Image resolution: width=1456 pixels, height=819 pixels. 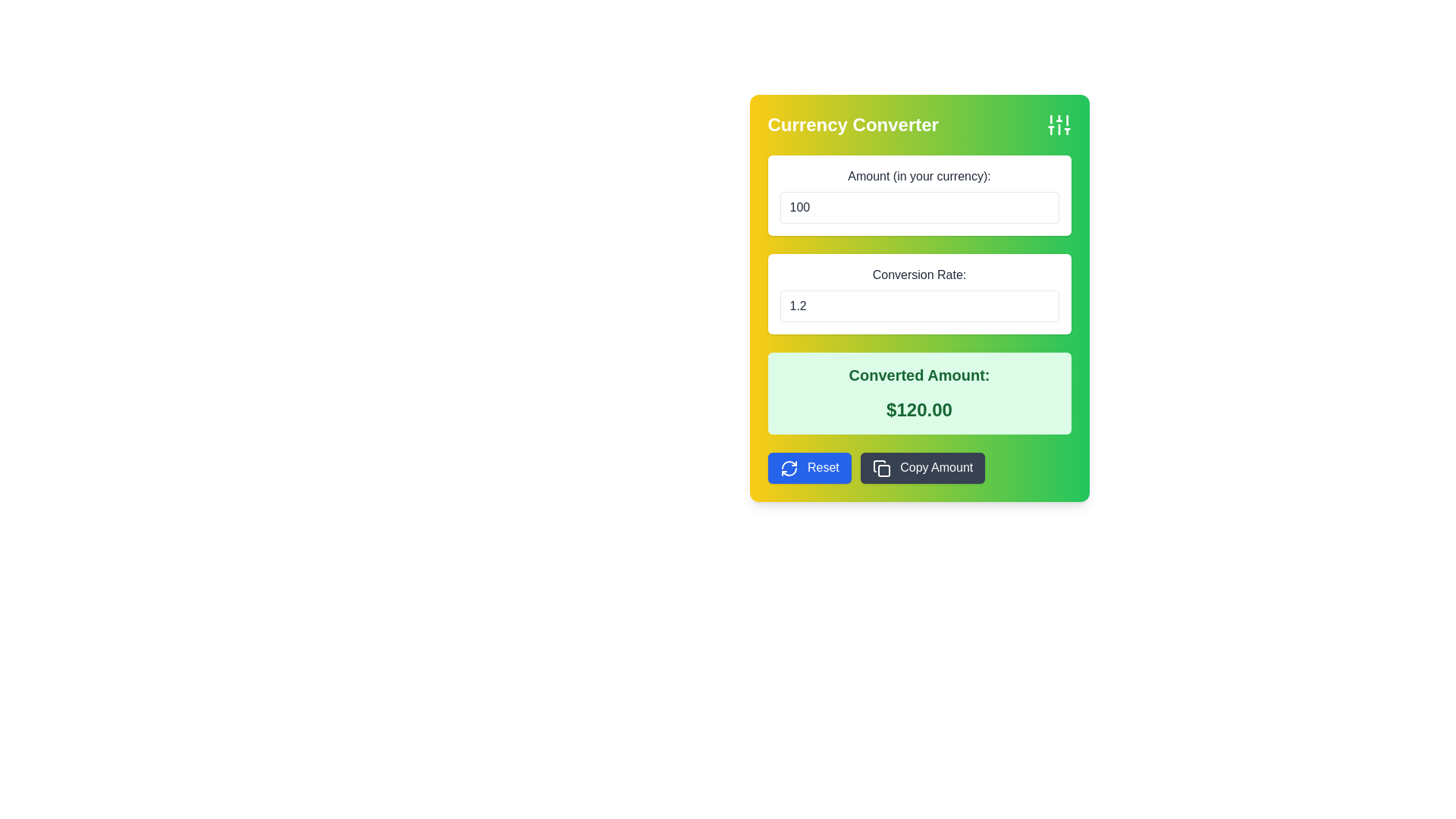 What do you see at coordinates (918, 275) in the screenshot?
I see `the Text Label that describes the purpose of the numeric input field for currency conversion, located above the numeric input box and below the 'Amount (in your currency)' input box` at bounding box center [918, 275].